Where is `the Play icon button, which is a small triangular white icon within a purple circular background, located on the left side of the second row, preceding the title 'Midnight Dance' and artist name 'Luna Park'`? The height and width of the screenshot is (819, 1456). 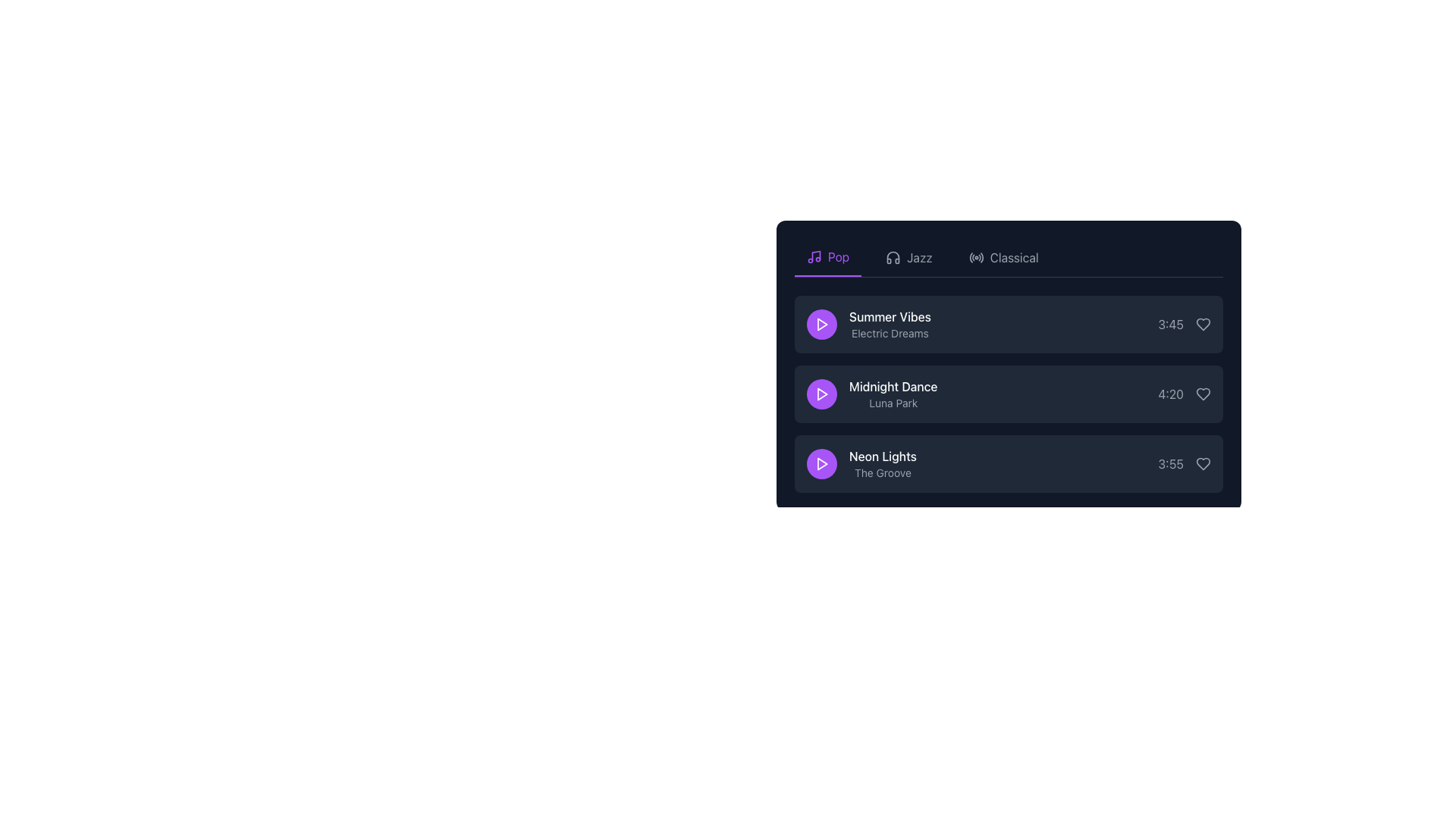 the Play icon button, which is a small triangular white icon within a purple circular background, located on the left side of the second row, preceding the title 'Midnight Dance' and artist name 'Luna Park' is located at coordinates (821, 394).